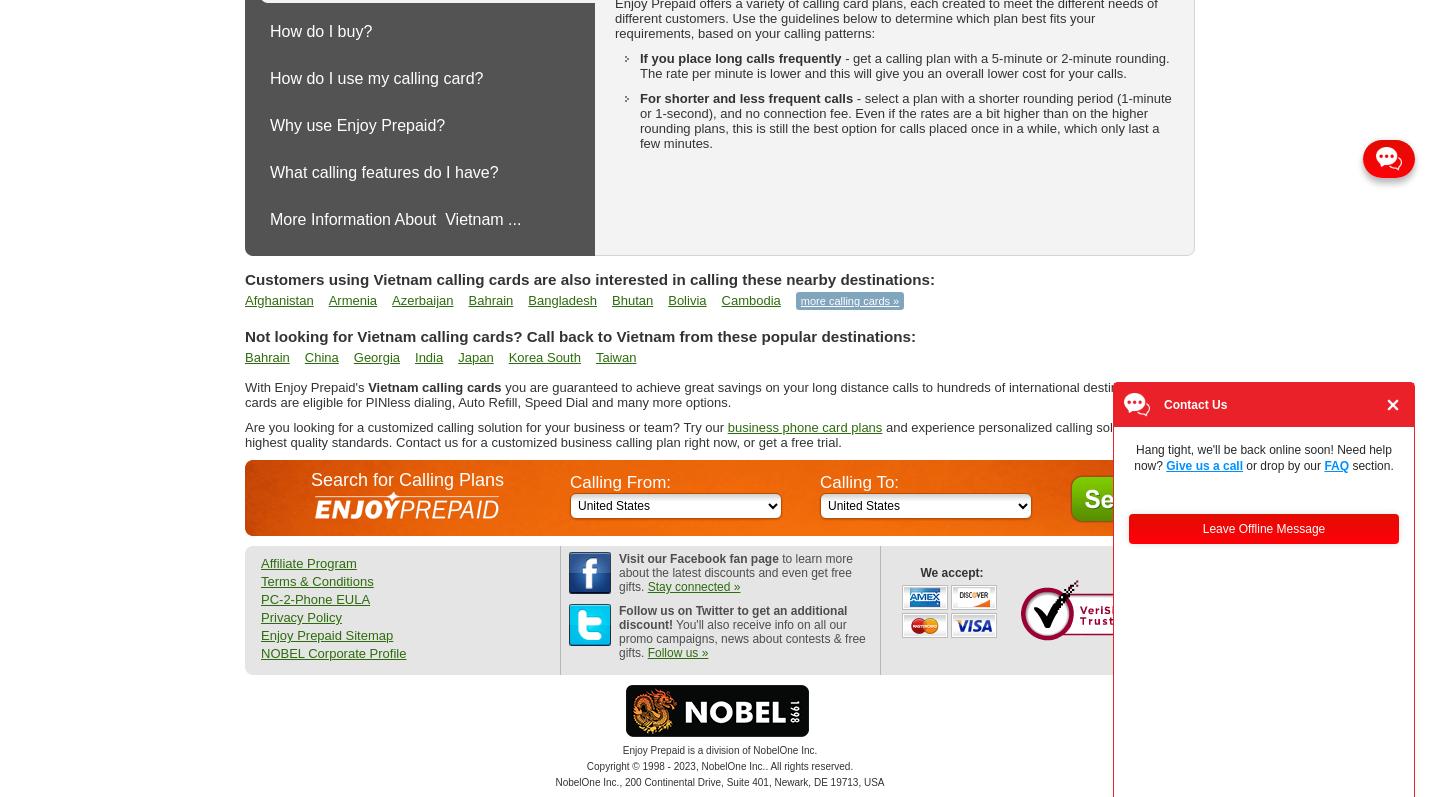 The image size is (1440, 797). I want to click on 'Vietnam calling cards', so click(367, 386).